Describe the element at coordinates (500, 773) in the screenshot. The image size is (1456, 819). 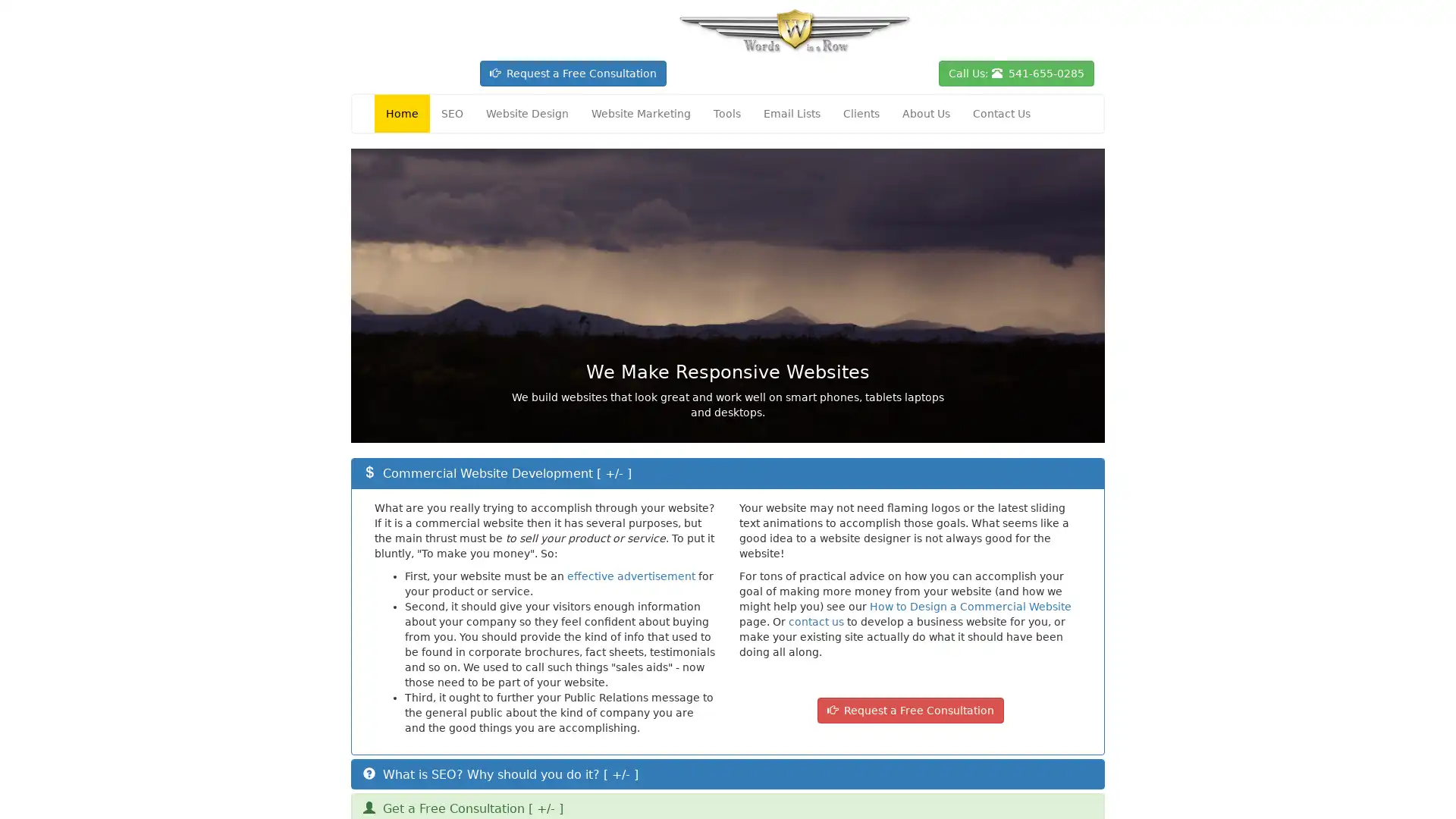
I see `What is SEO? Why should you do it? [ +/- ]` at that location.